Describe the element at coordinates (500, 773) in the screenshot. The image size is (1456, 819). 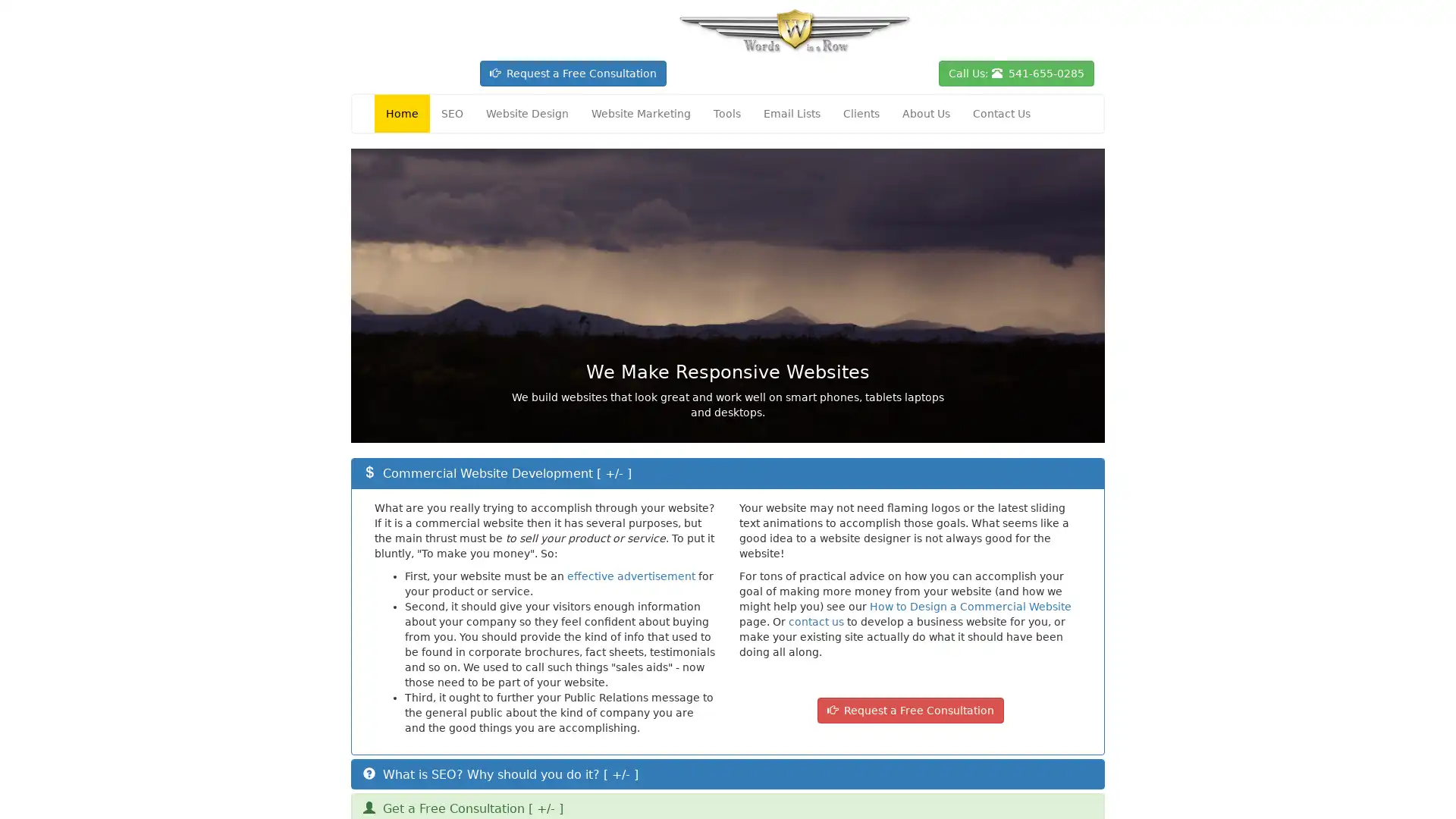
I see `What is SEO? Why should you do it? [ +/- ]` at that location.